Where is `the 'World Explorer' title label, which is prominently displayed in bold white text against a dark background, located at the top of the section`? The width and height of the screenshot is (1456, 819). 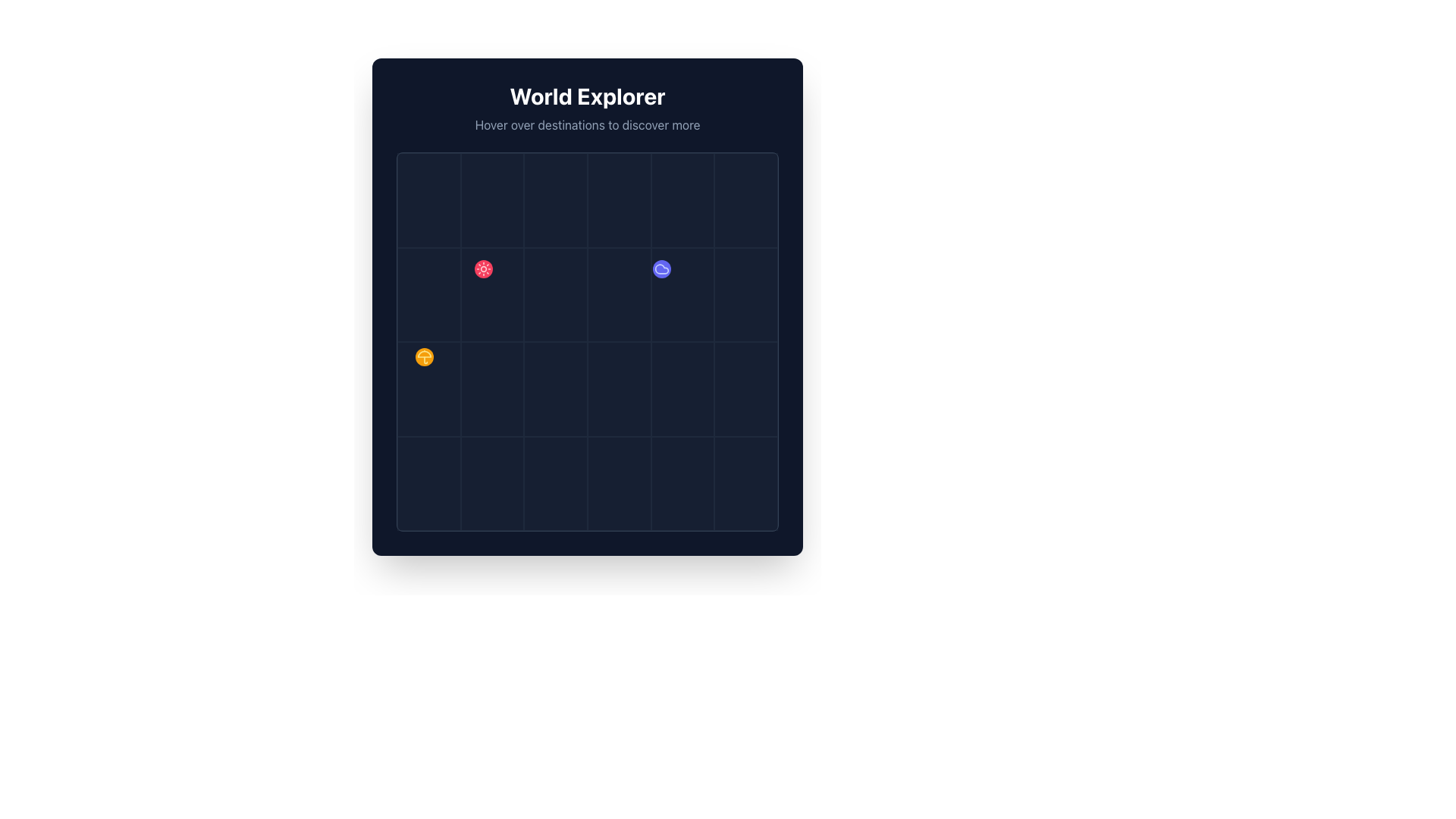 the 'World Explorer' title label, which is prominently displayed in bold white text against a dark background, located at the top of the section is located at coordinates (586, 96).